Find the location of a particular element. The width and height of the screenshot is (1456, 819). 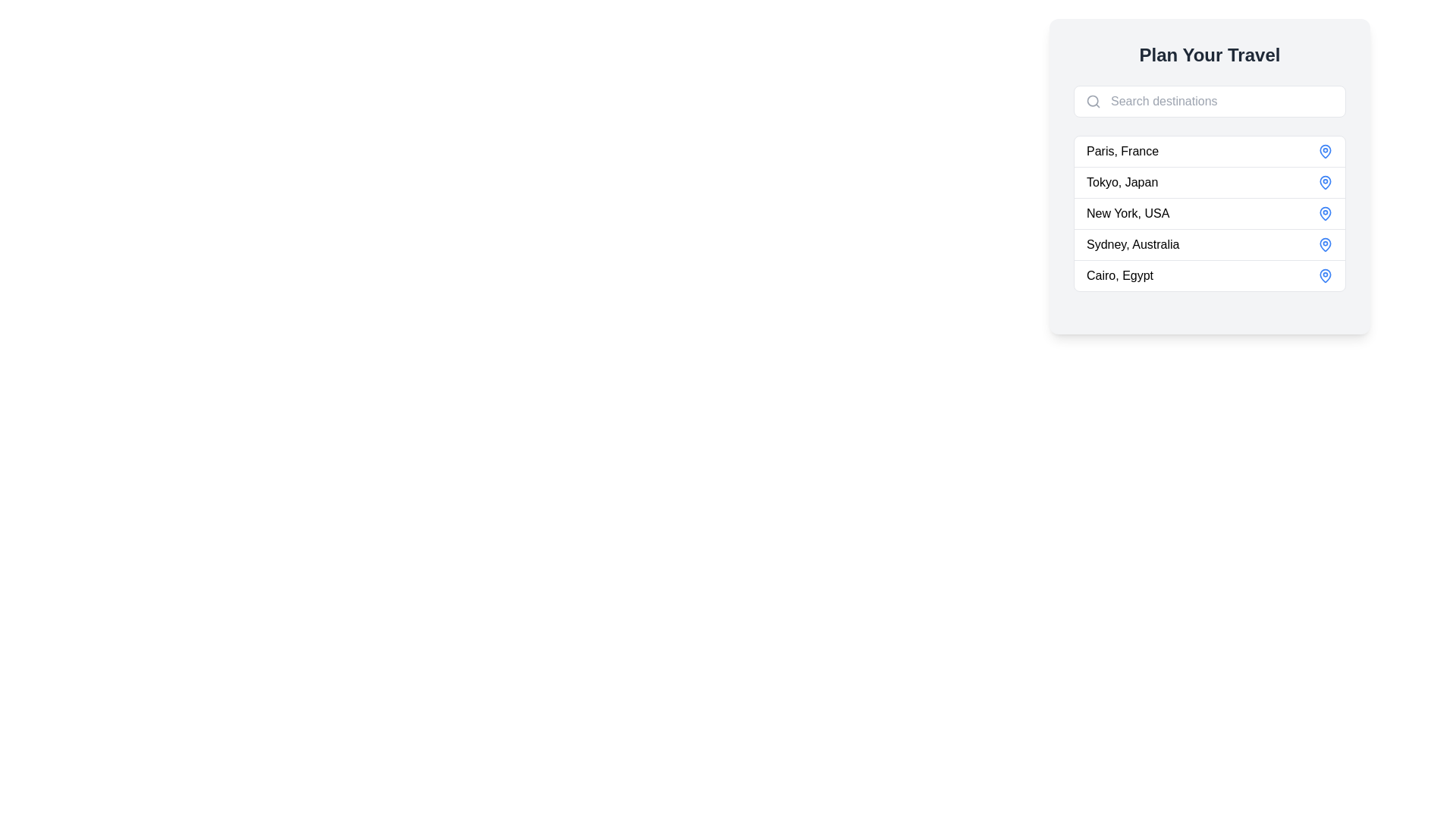

the blue pin-shaped icon located to the right of 'Cairo, Egypt' in the destination list is located at coordinates (1324, 275).